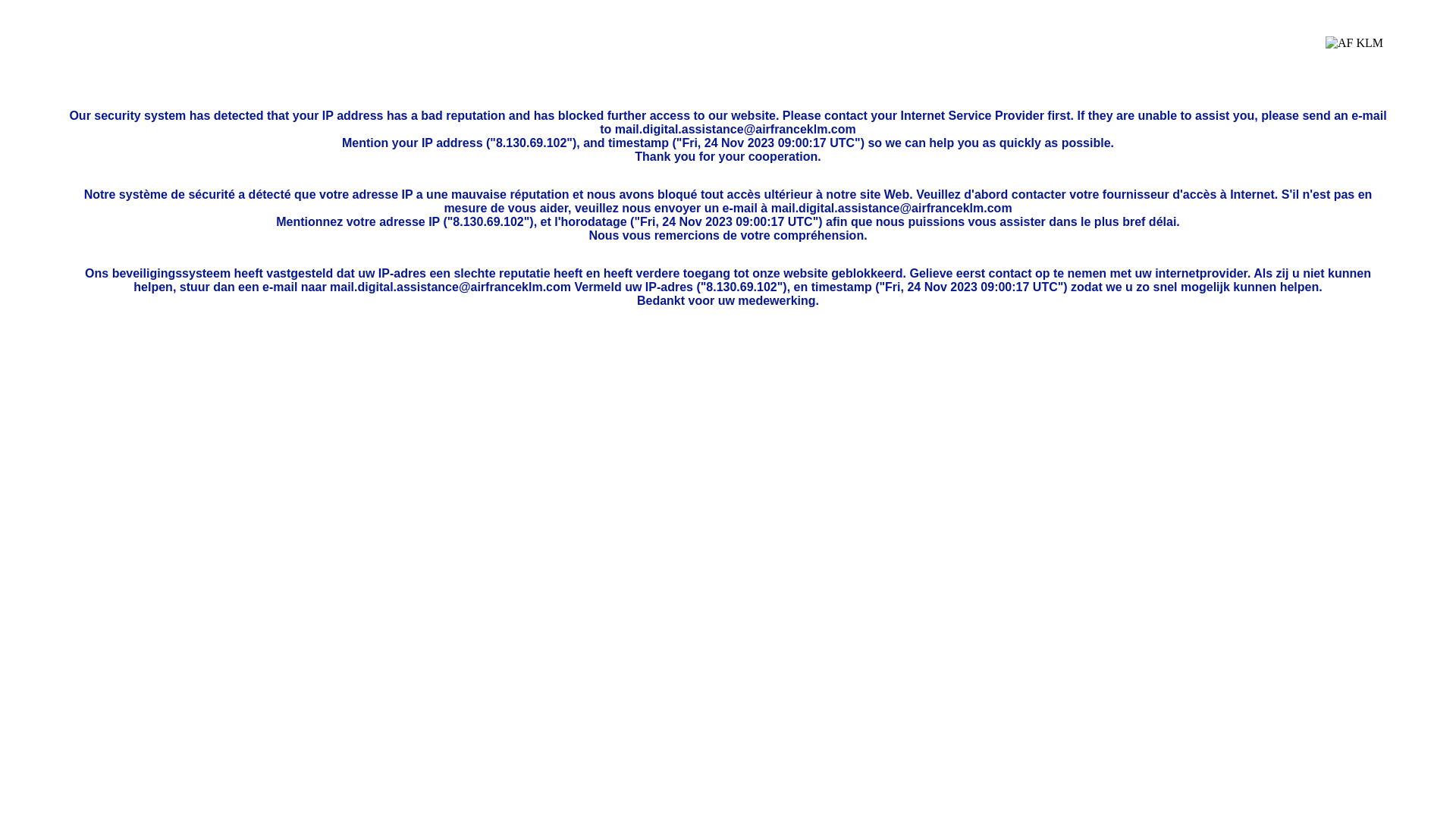  What do you see at coordinates (1324, 54) in the screenshot?
I see `'AF KLM'` at bounding box center [1324, 54].